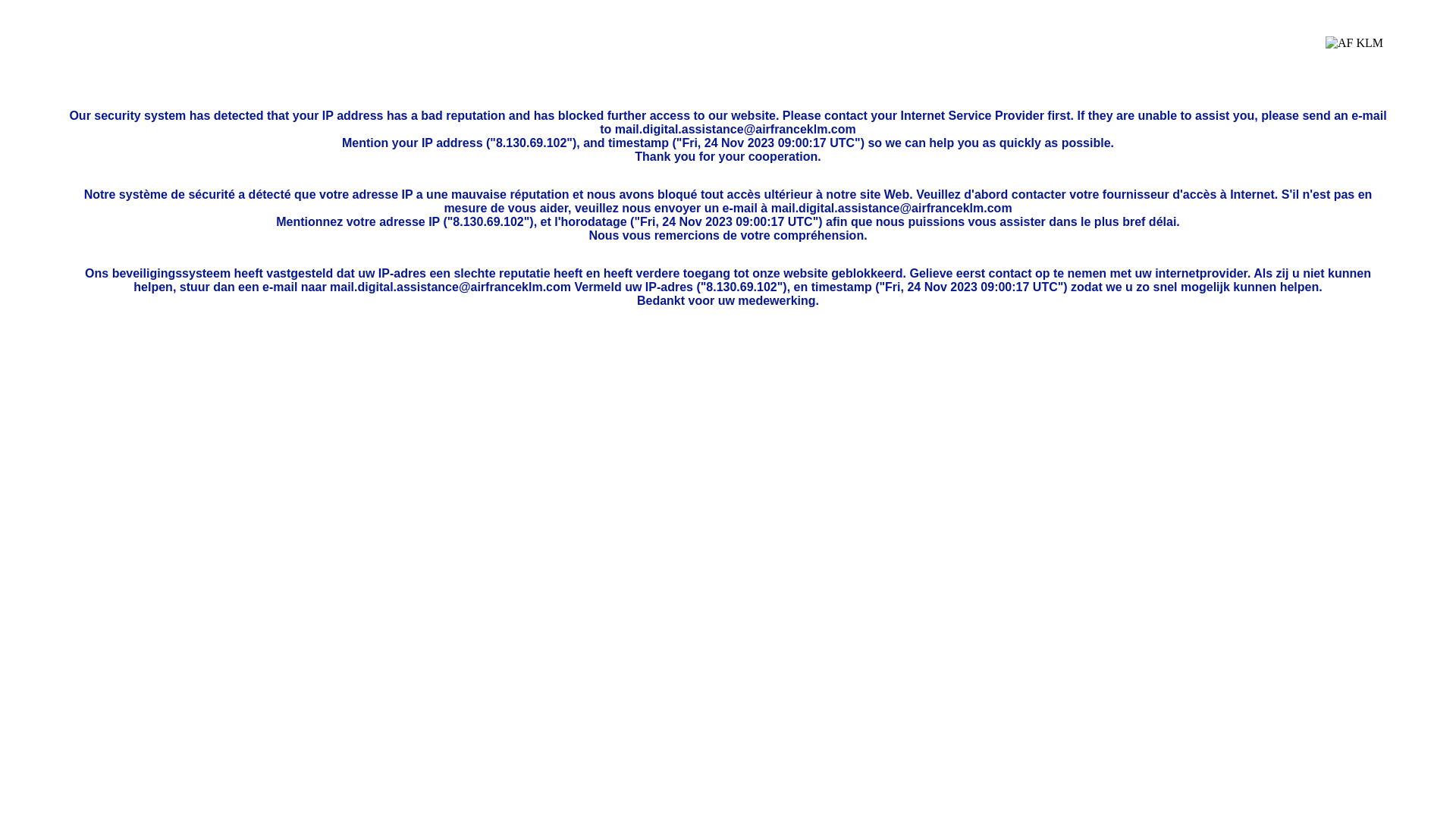  What do you see at coordinates (1324, 54) in the screenshot?
I see `'AF KLM'` at bounding box center [1324, 54].